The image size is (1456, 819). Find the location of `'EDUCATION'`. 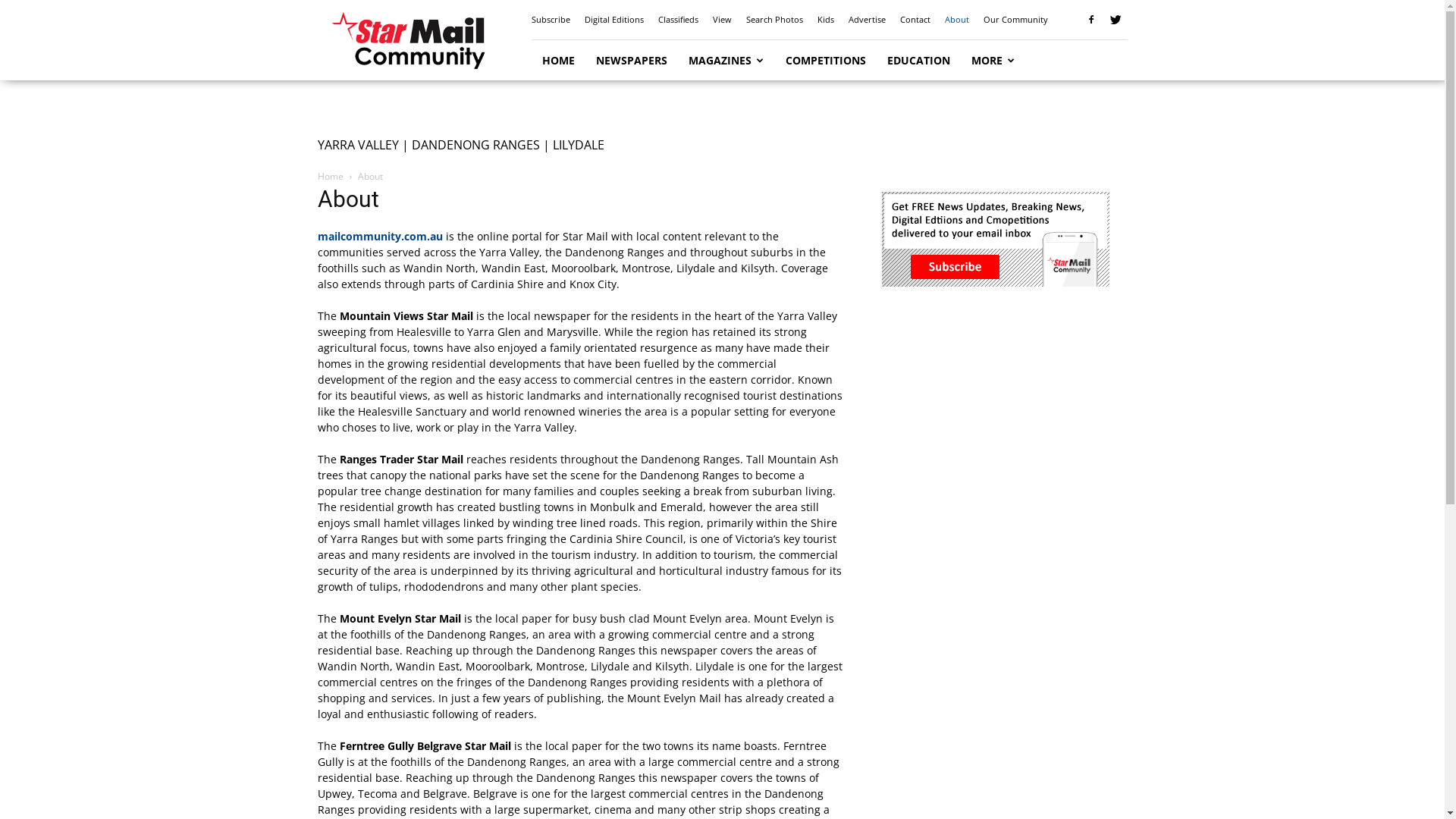

'EDUCATION' is located at coordinates (918, 59).